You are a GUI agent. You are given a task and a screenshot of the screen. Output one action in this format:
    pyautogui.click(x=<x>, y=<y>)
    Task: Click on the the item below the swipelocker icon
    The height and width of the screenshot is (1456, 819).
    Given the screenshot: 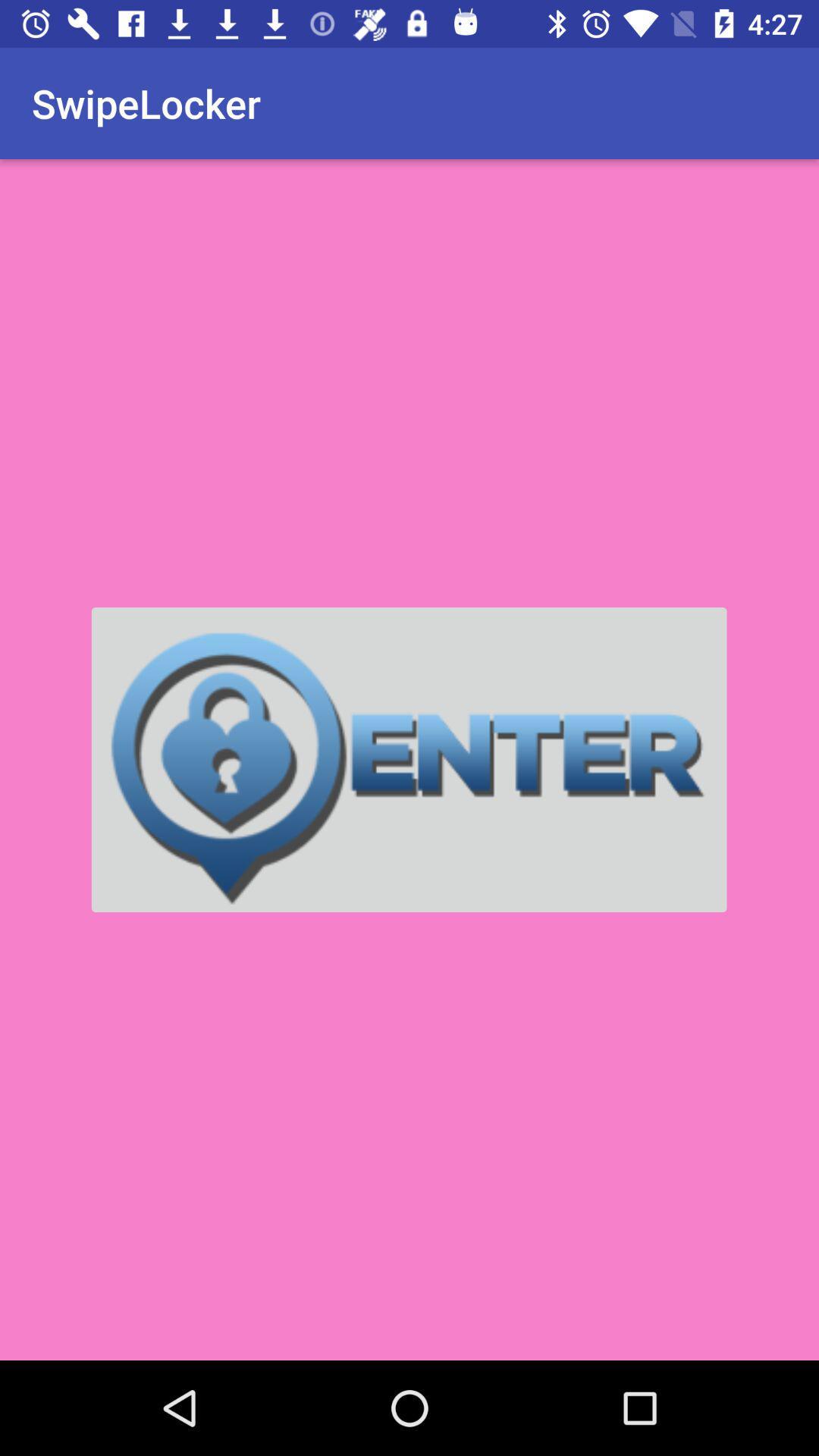 What is the action you would take?
    pyautogui.click(x=408, y=760)
    